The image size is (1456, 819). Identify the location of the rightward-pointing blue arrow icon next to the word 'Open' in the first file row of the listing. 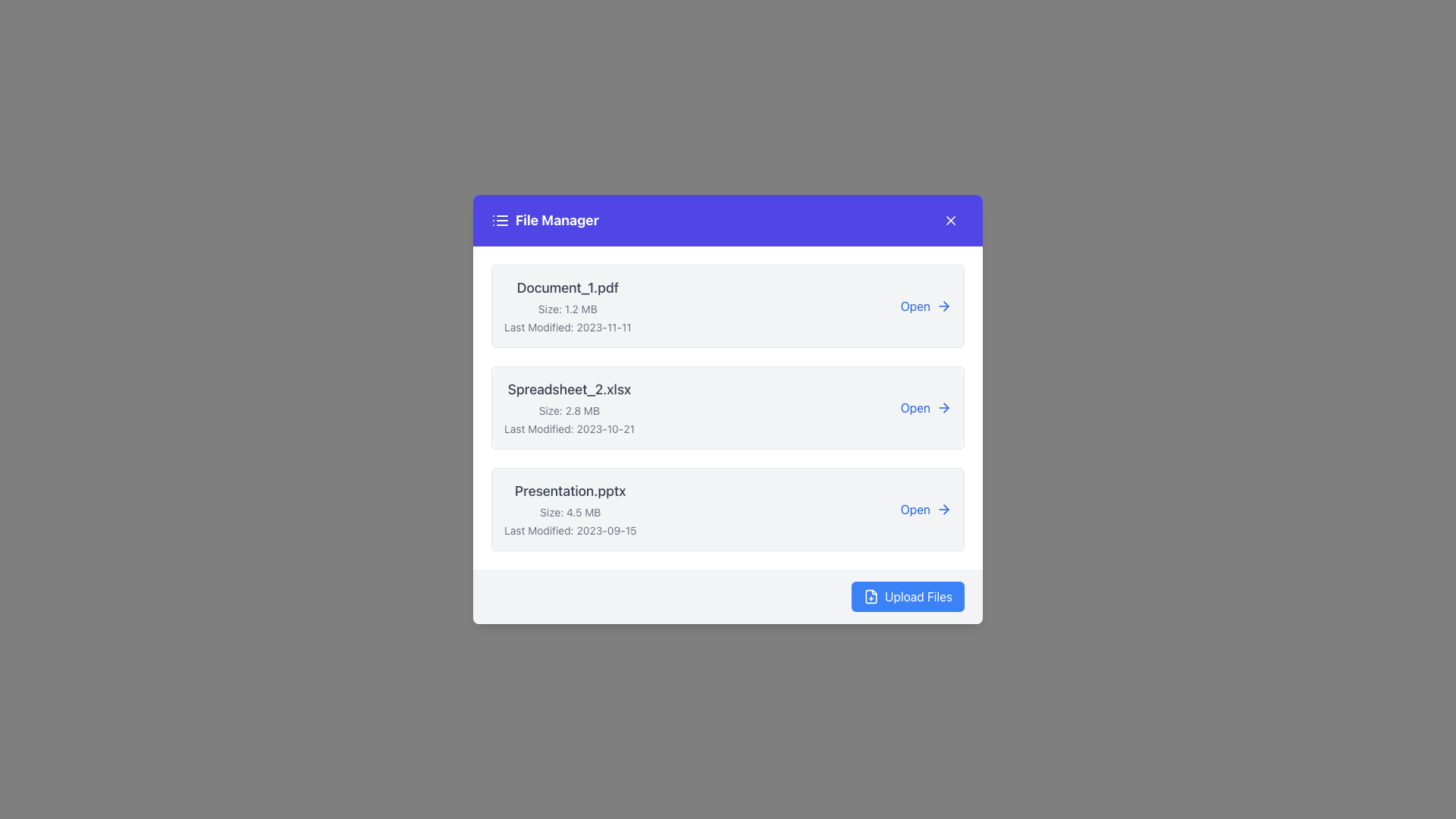
(943, 306).